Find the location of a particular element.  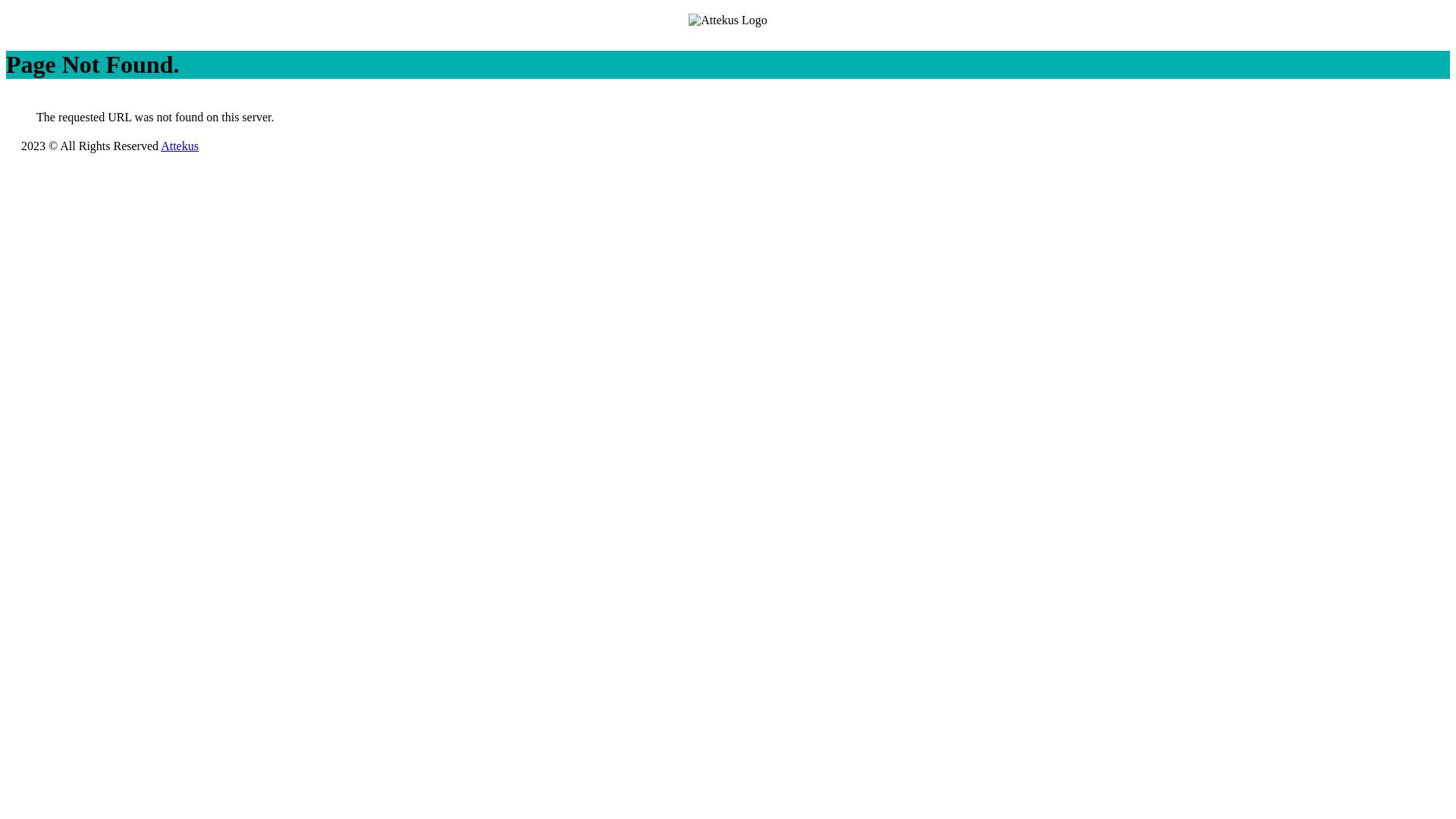

'Attekus' is located at coordinates (179, 146).